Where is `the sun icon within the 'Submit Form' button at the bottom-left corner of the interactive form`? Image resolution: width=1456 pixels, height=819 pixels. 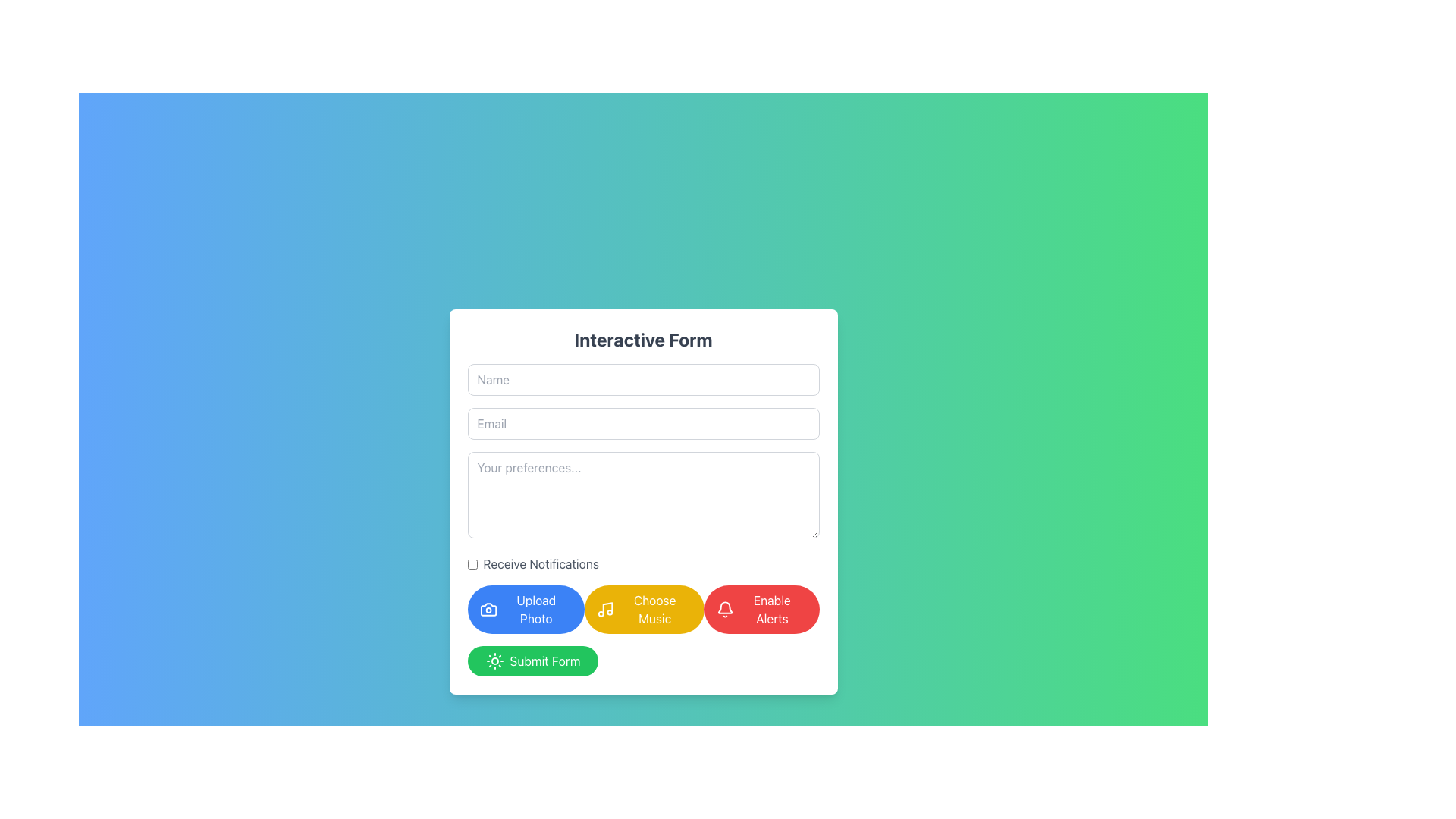 the sun icon within the 'Submit Form' button at the bottom-left corner of the interactive form is located at coordinates (494, 660).